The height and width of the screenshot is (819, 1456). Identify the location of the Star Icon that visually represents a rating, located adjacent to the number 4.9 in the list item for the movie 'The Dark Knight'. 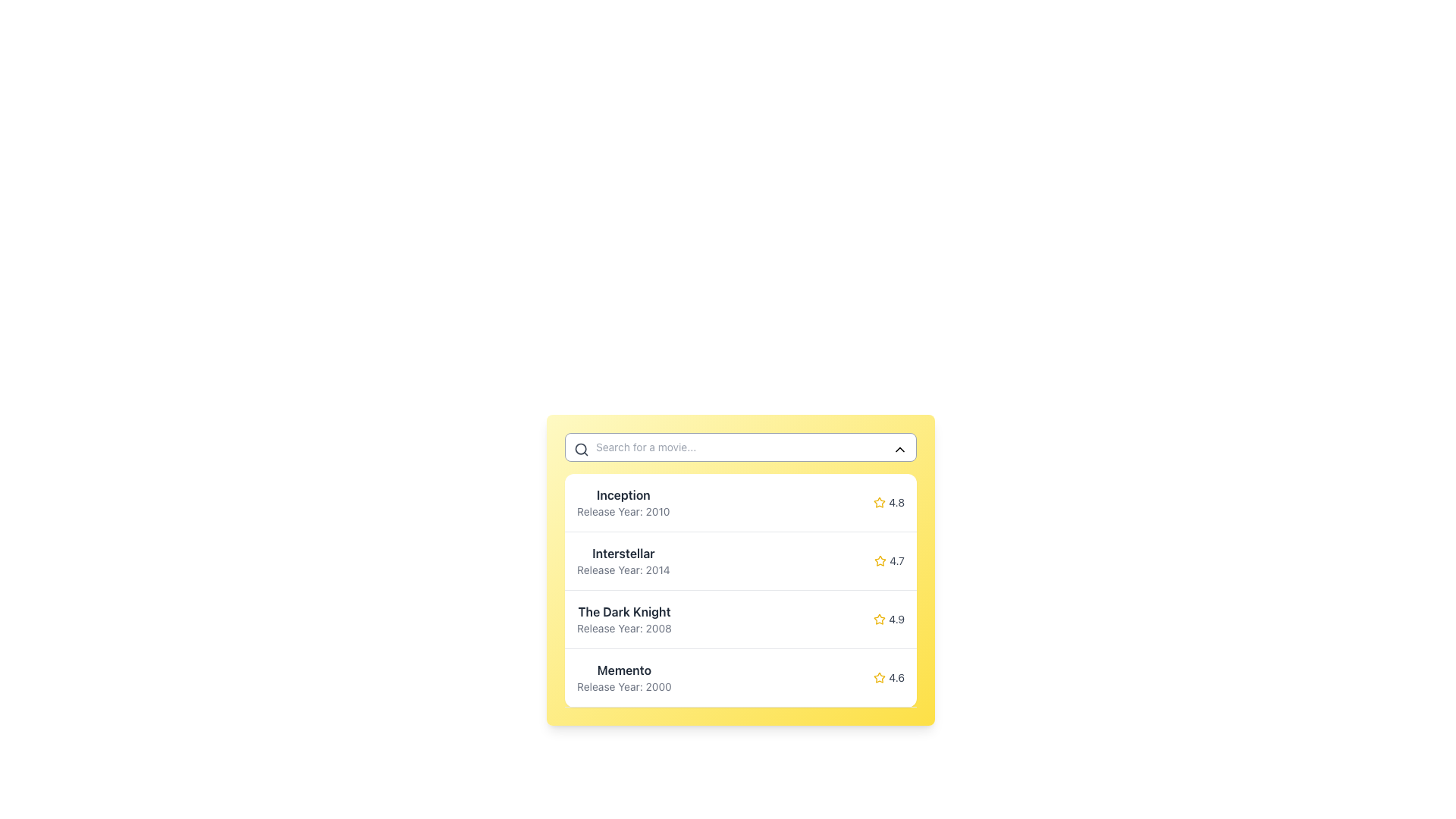
(880, 620).